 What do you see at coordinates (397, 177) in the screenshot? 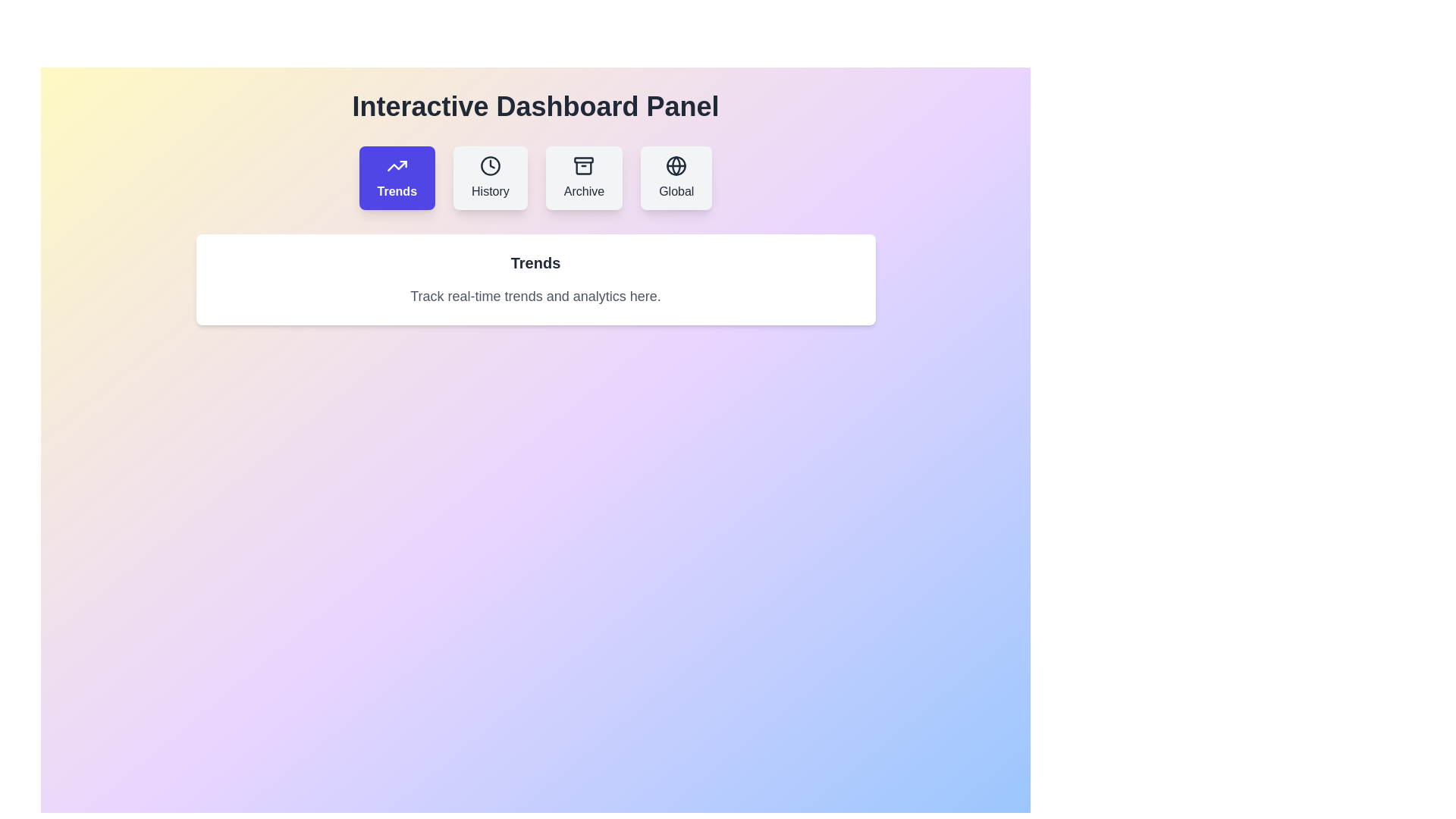
I see `the button labeled Trends to observe its hover effect` at bounding box center [397, 177].